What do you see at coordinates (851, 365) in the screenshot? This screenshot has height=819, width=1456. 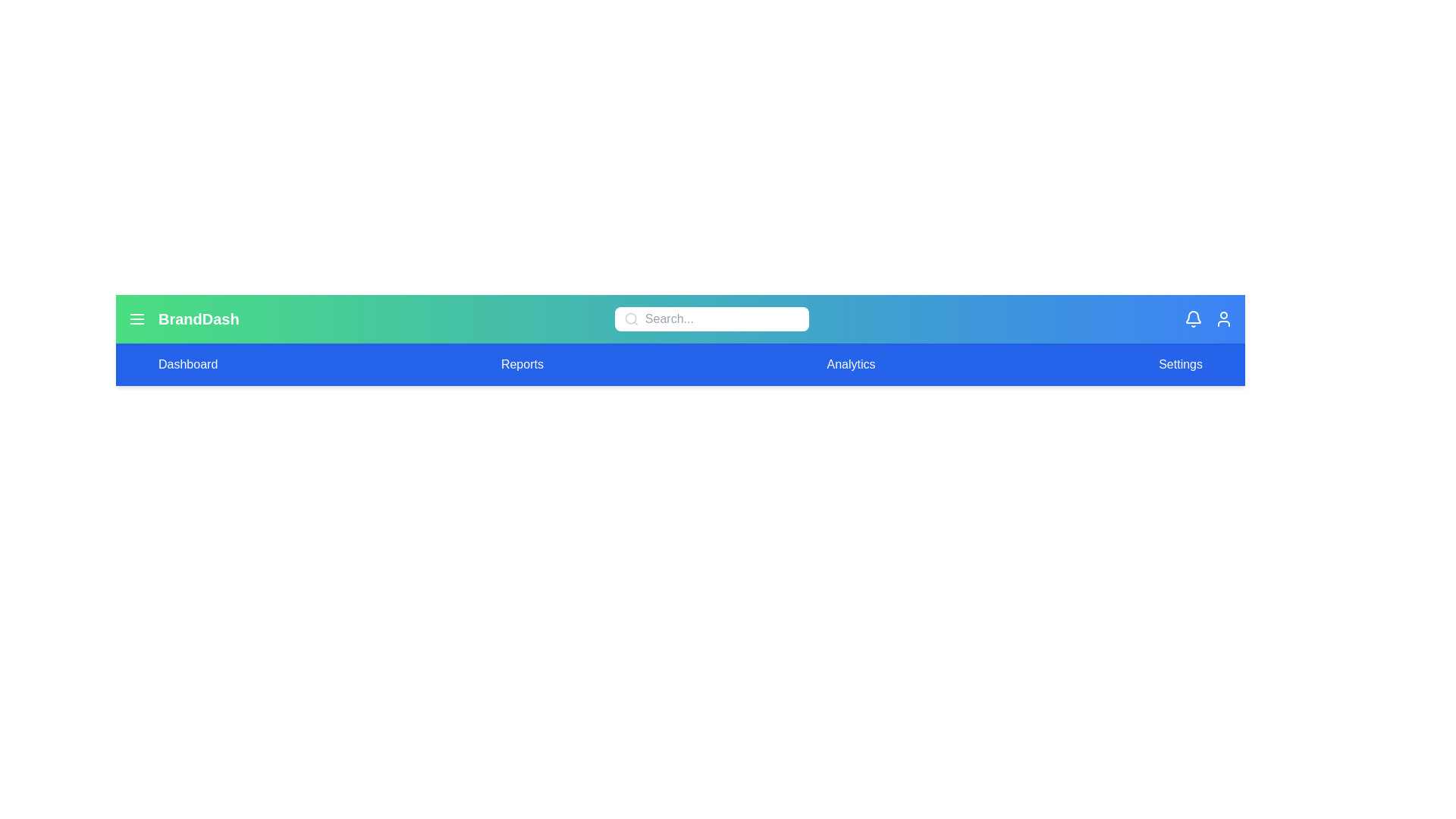 I see `the 'Analytics' tab to navigate to the Analytics section` at bounding box center [851, 365].